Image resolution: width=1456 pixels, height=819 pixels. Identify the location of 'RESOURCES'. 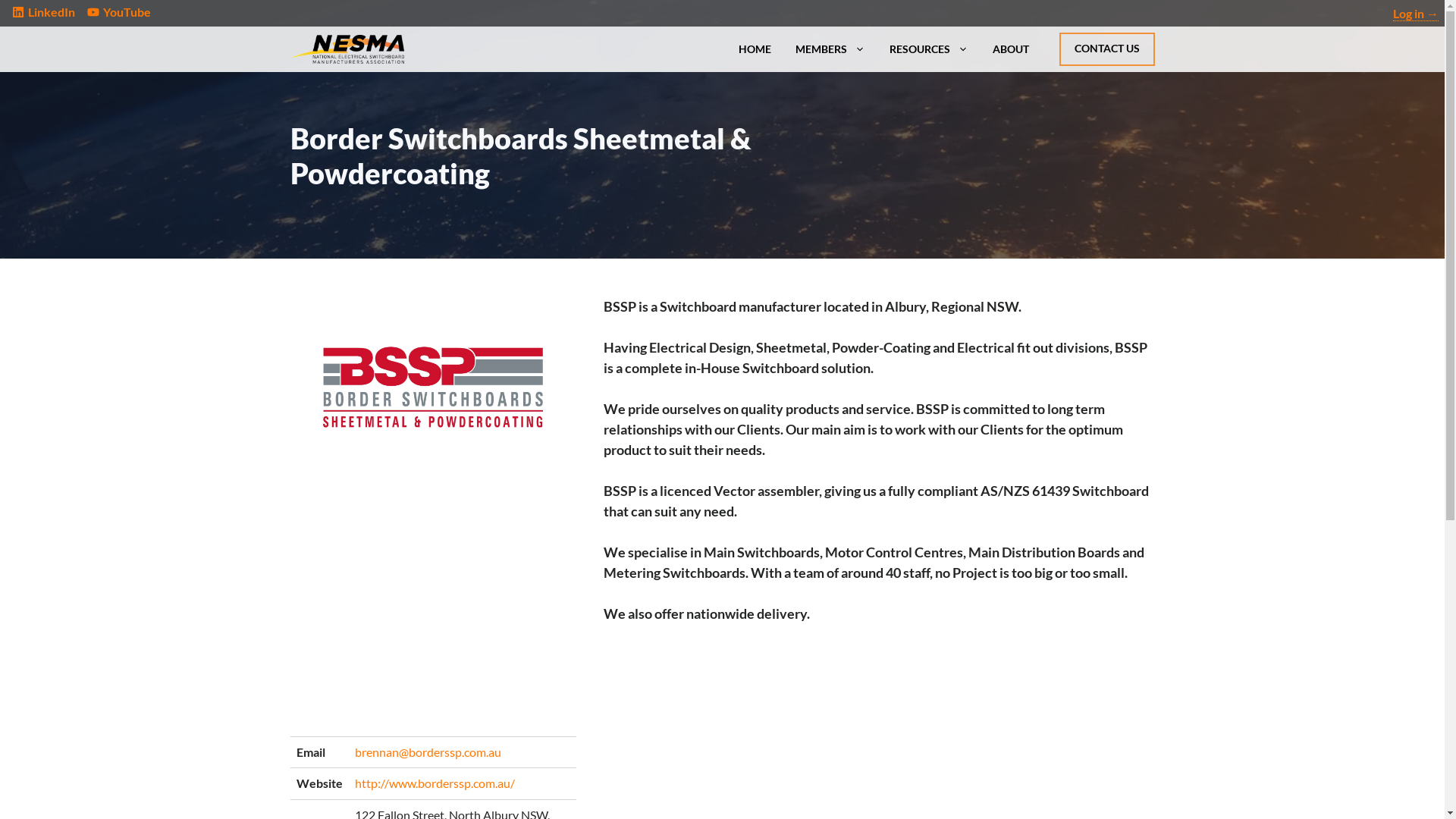
(927, 49).